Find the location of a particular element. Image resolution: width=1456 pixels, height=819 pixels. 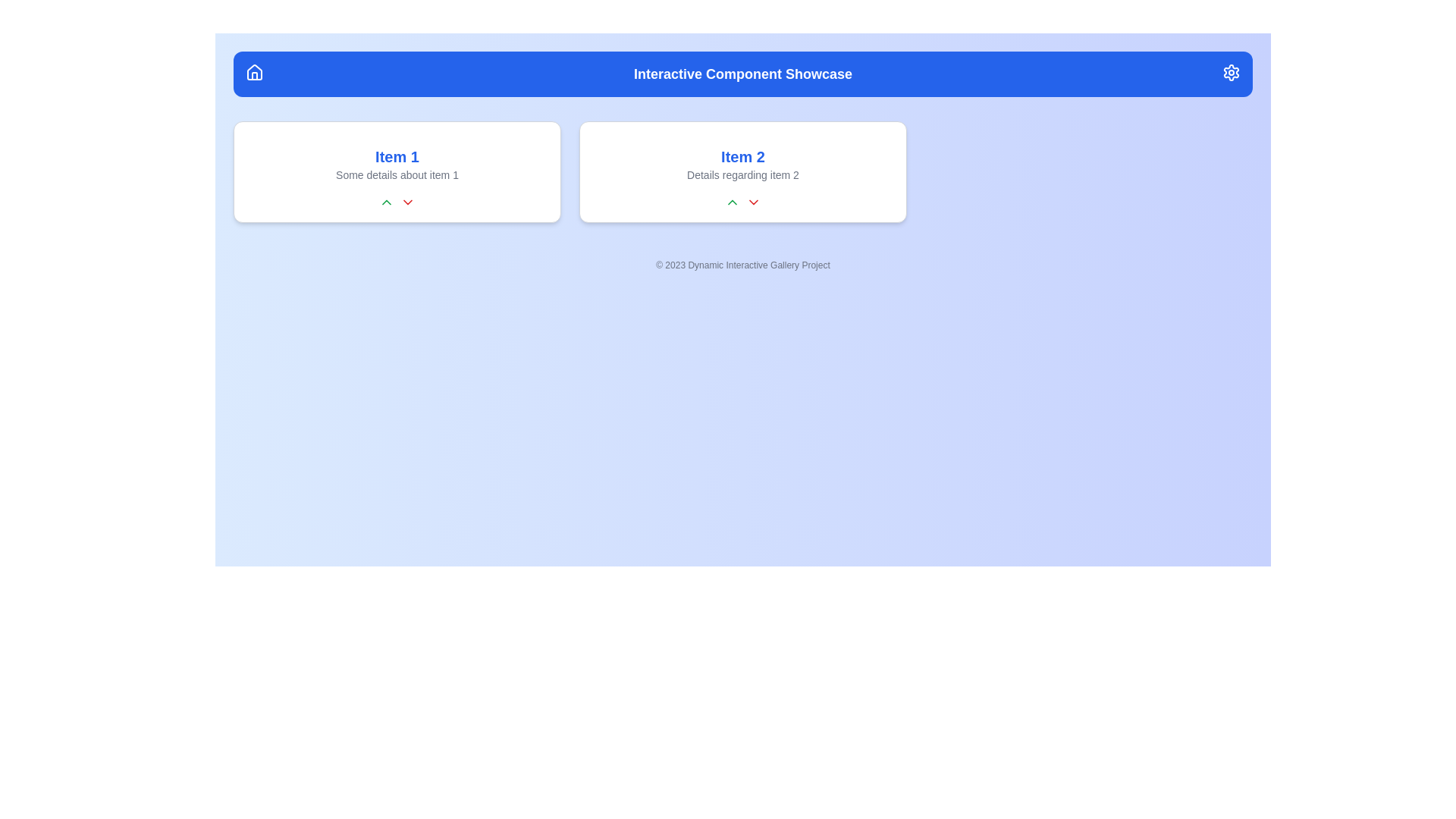

the static text label that displays 'Some details about item 1' located within the white rectangular card under the 'Item 1' headline is located at coordinates (397, 174).